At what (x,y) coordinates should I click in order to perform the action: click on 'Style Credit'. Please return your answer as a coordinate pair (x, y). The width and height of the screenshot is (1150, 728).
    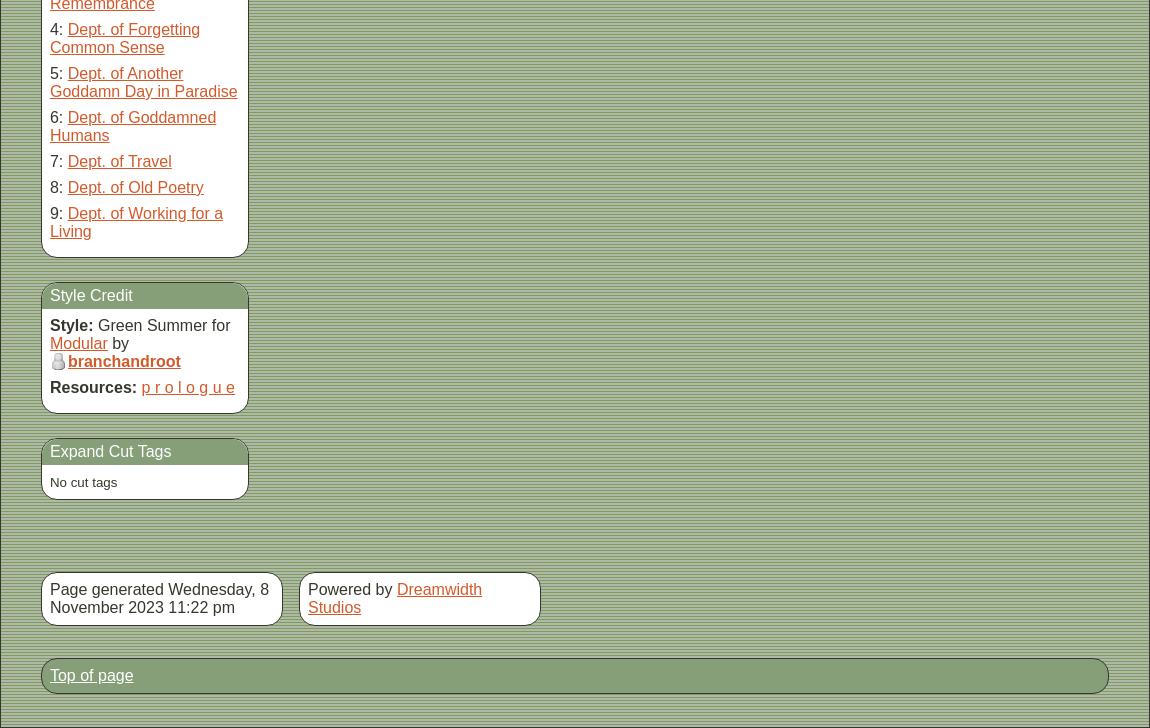
    Looking at the image, I should click on (89, 295).